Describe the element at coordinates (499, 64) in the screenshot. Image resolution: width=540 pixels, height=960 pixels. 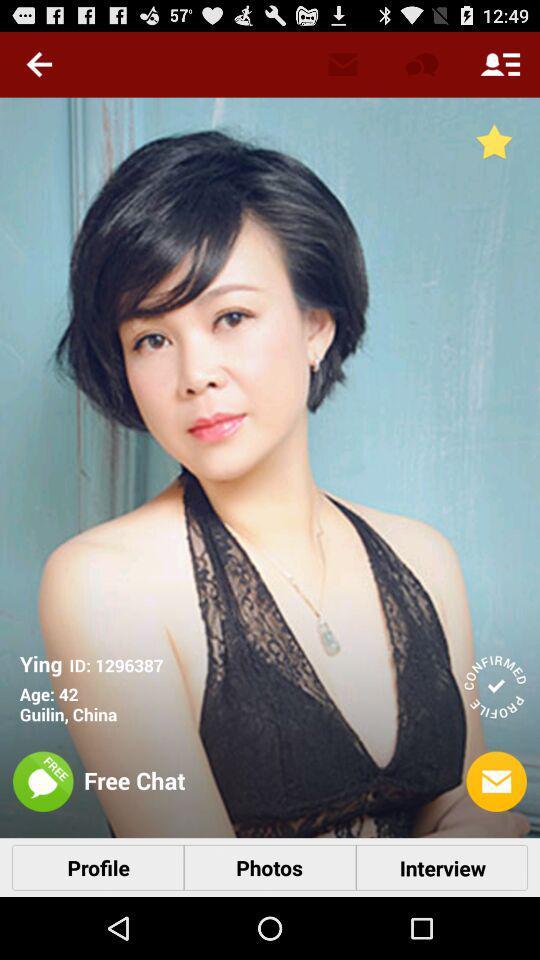
I see `the icon in the top right corner` at that location.